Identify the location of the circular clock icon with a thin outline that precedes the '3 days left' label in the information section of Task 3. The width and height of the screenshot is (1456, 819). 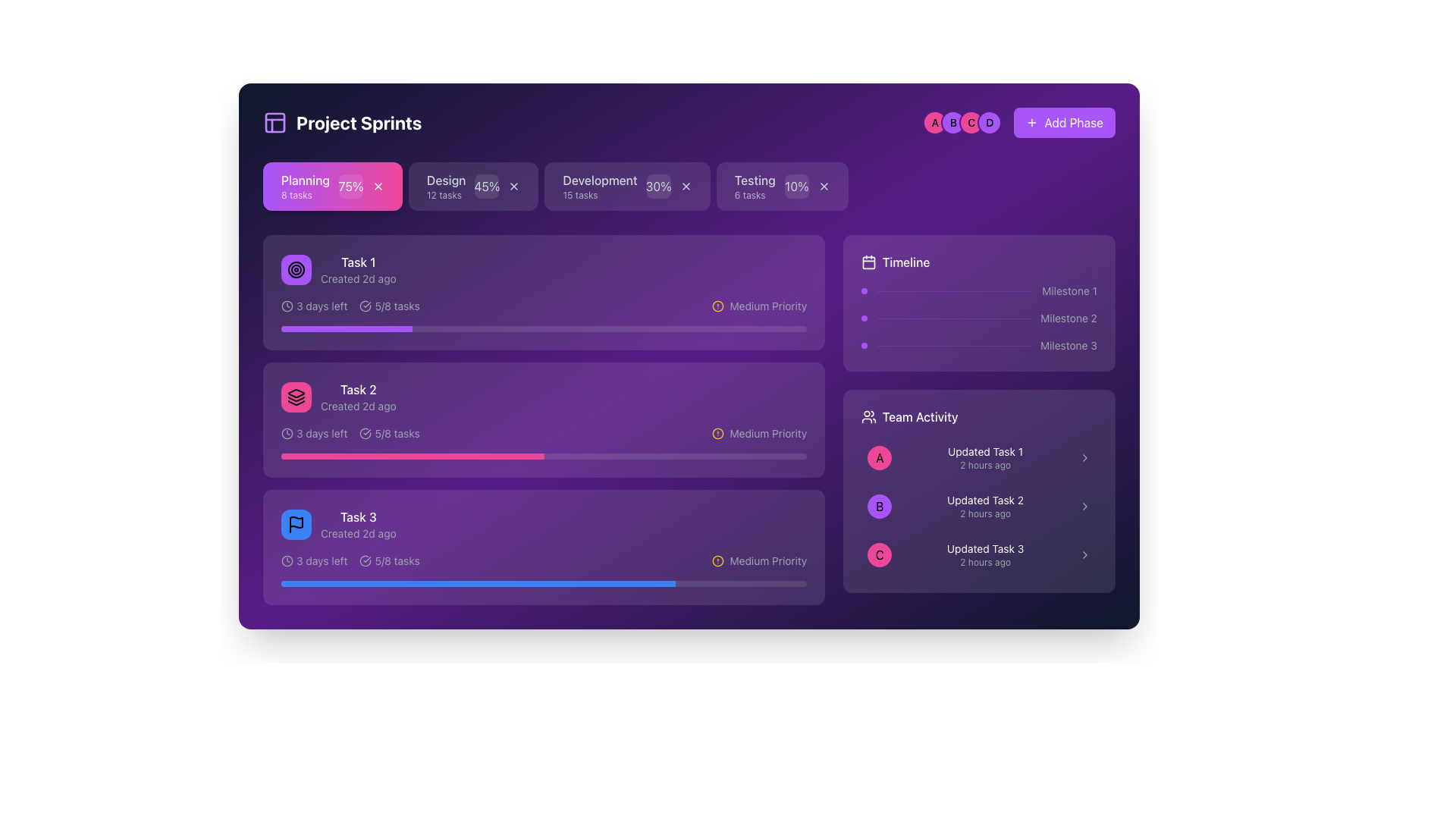
(287, 561).